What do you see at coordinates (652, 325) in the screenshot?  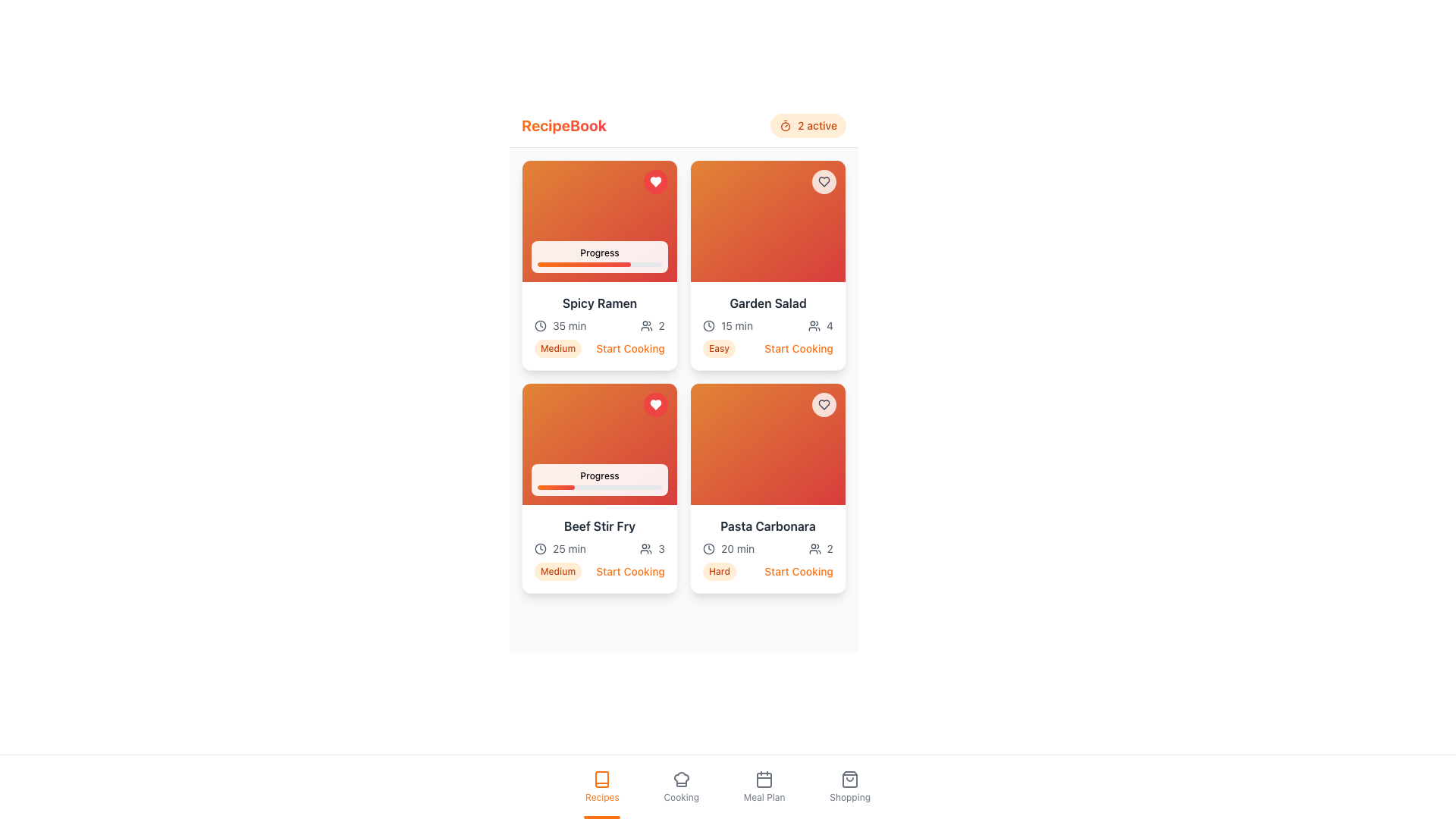 I see `numeral '2' text label located at the bottom section of the 'Spicy Ramen' recipe card, next to the user icon` at bounding box center [652, 325].